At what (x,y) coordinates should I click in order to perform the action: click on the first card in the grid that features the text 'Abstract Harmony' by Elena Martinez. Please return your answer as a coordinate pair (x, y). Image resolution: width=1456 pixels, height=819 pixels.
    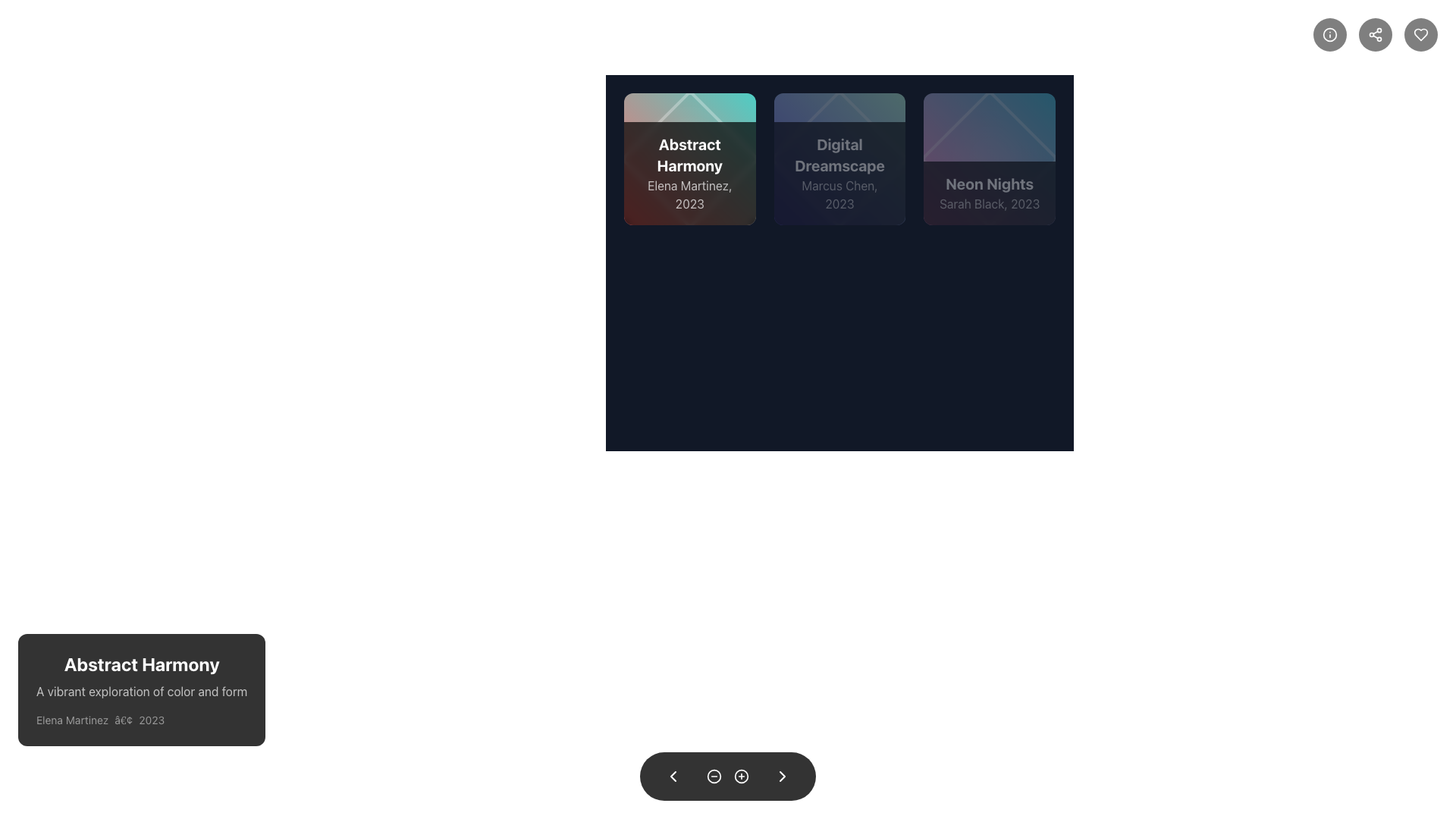
    Looking at the image, I should click on (689, 158).